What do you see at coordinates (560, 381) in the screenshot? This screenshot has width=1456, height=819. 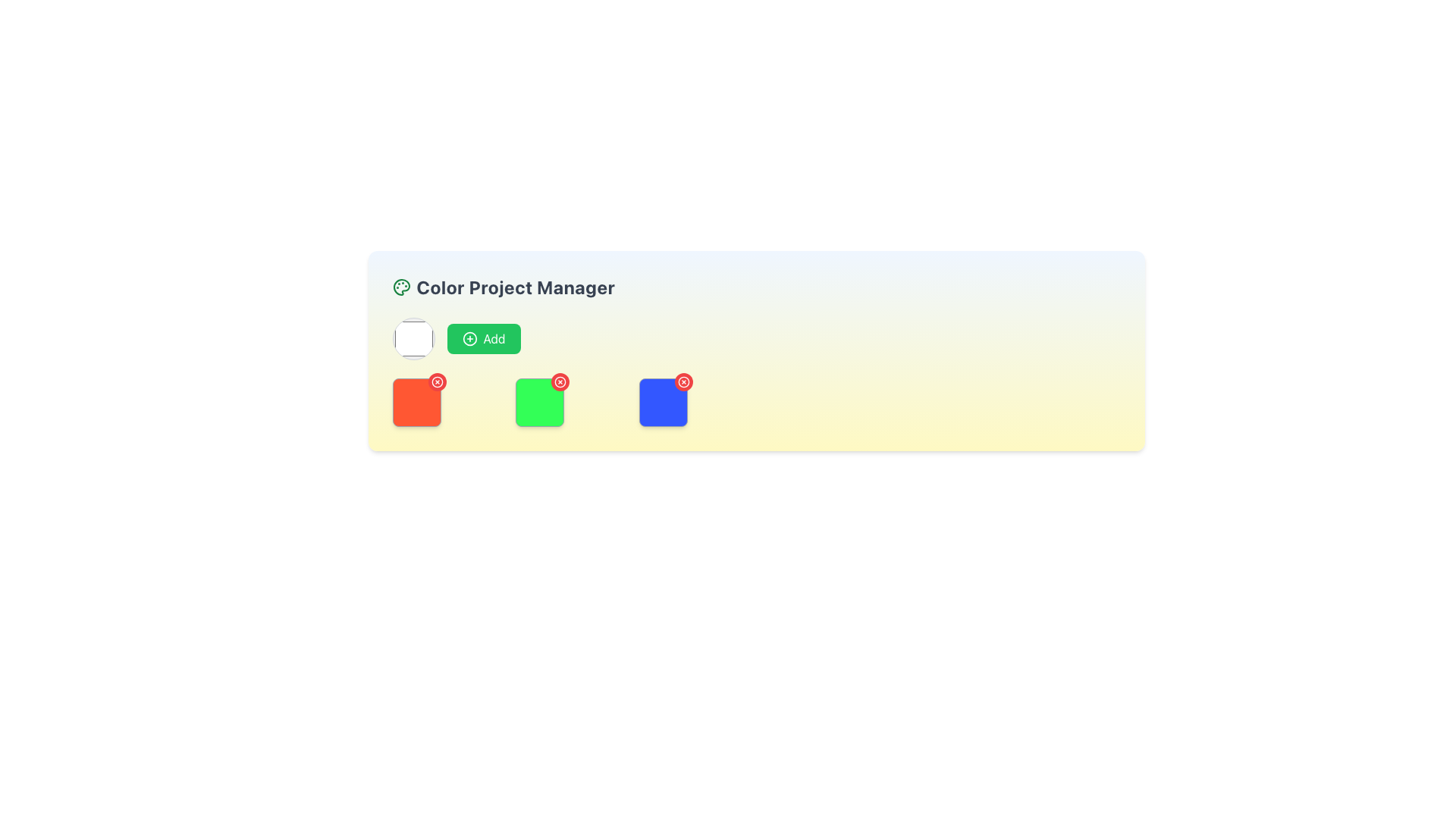 I see `the icon button with an 'X' symbol located in the top-right corner of the red square` at bounding box center [560, 381].